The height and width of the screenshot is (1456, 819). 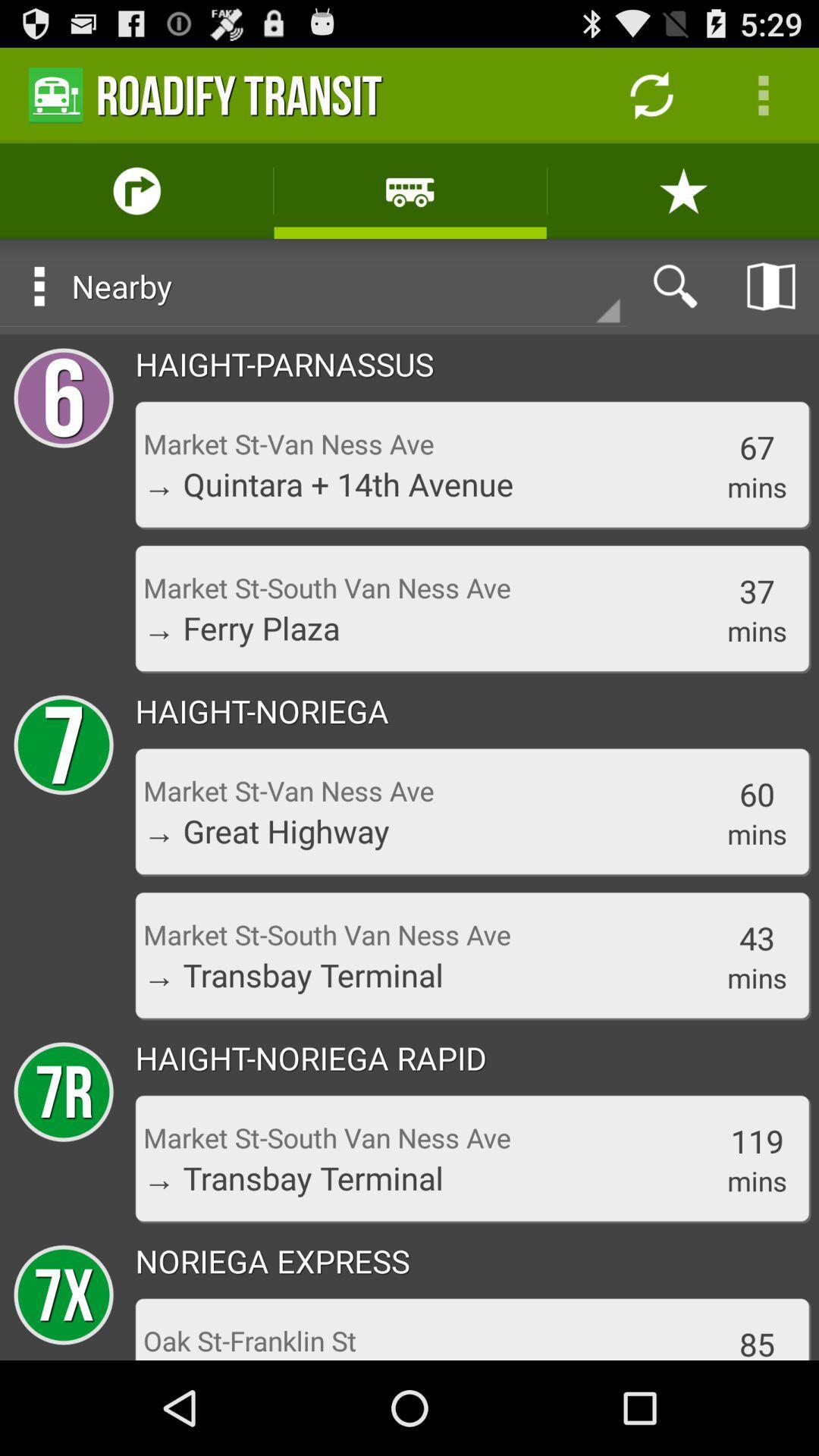 What do you see at coordinates (771, 306) in the screenshot?
I see `the book icon` at bounding box center [771, 306].